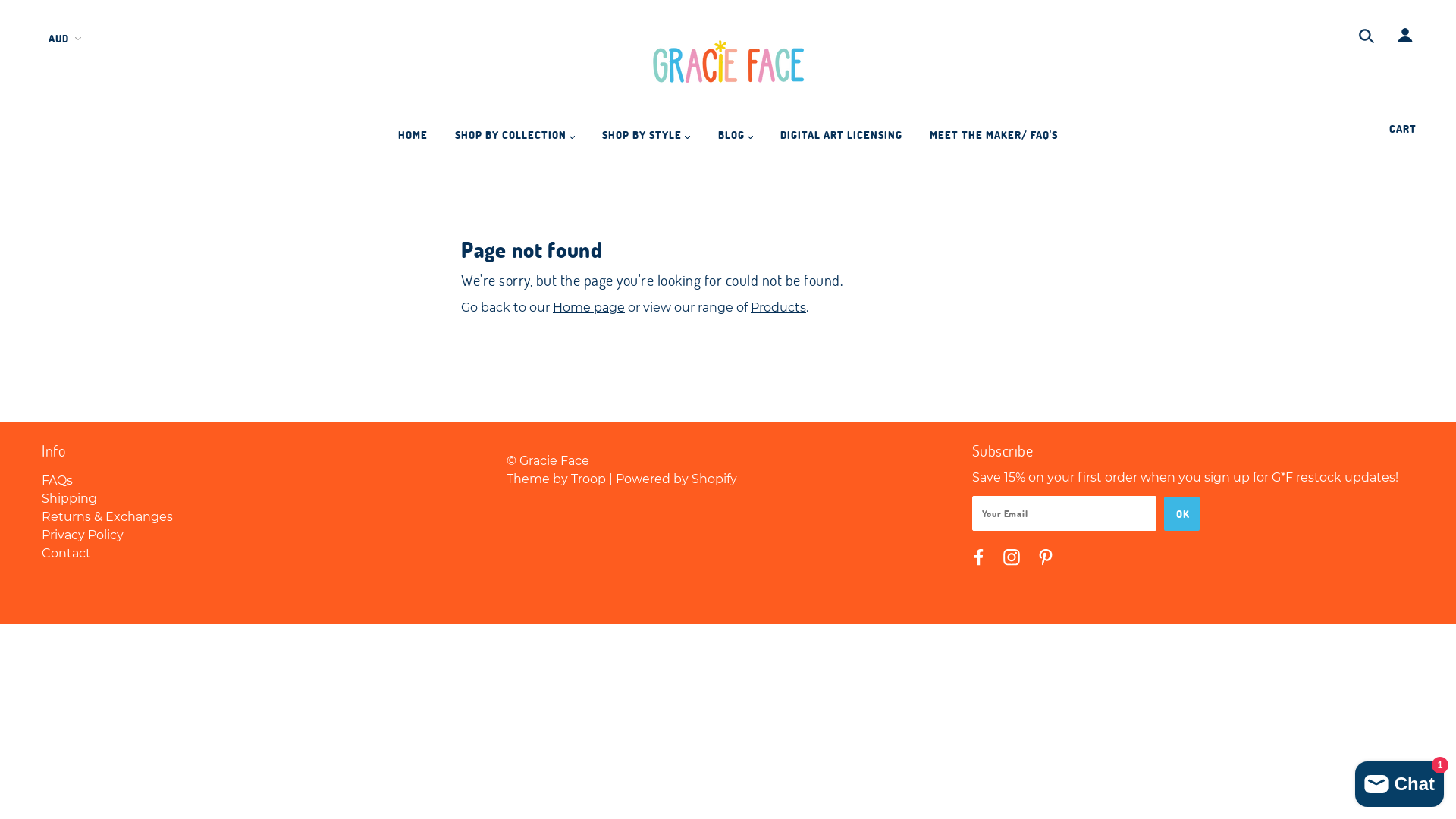  Describe the element at coordinates (645, 140) in the screenshot. I see `'SHOP BY STYLE'` at that location.